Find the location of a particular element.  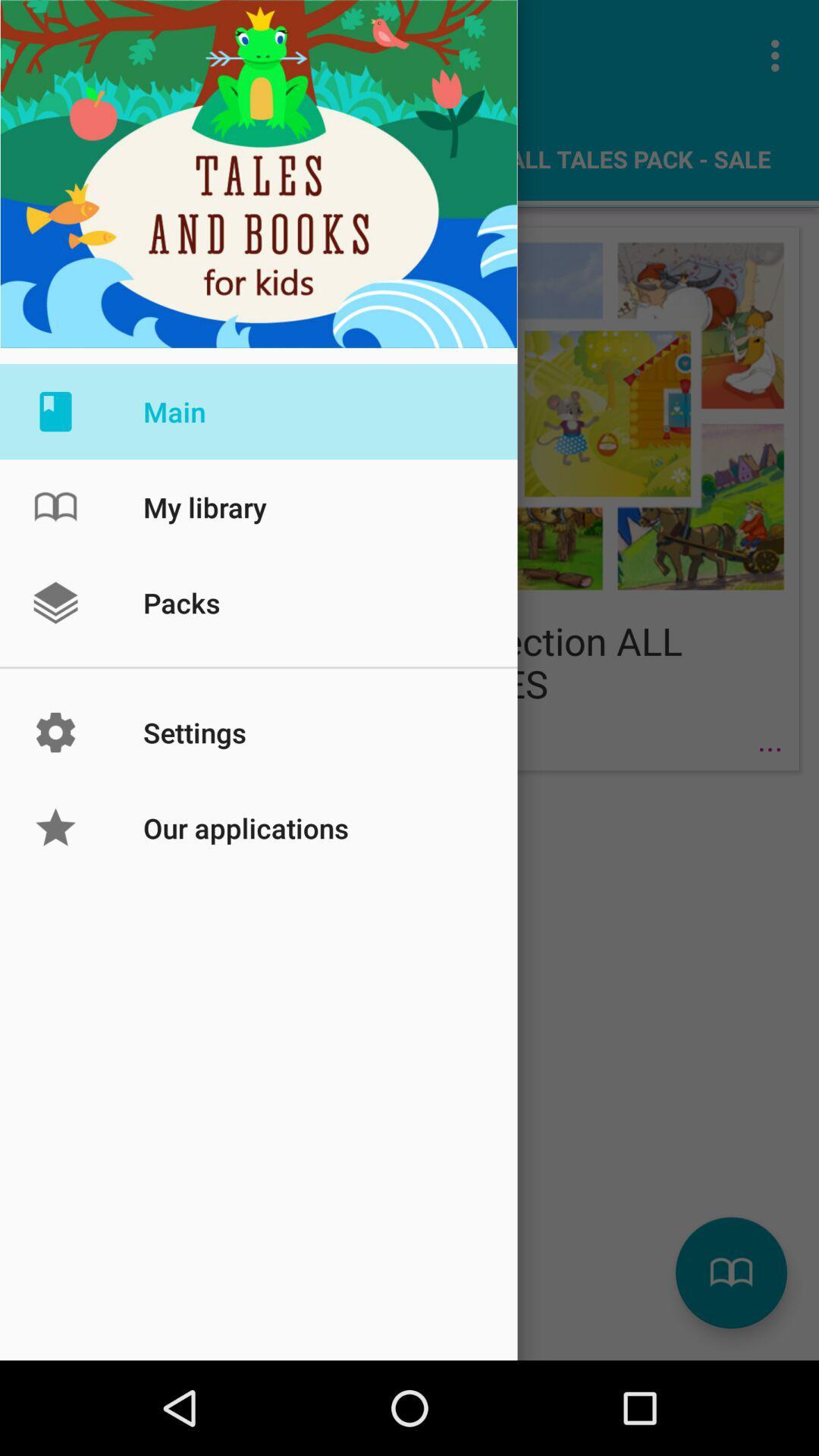

the book icon is located at coordinates (730, 1272).